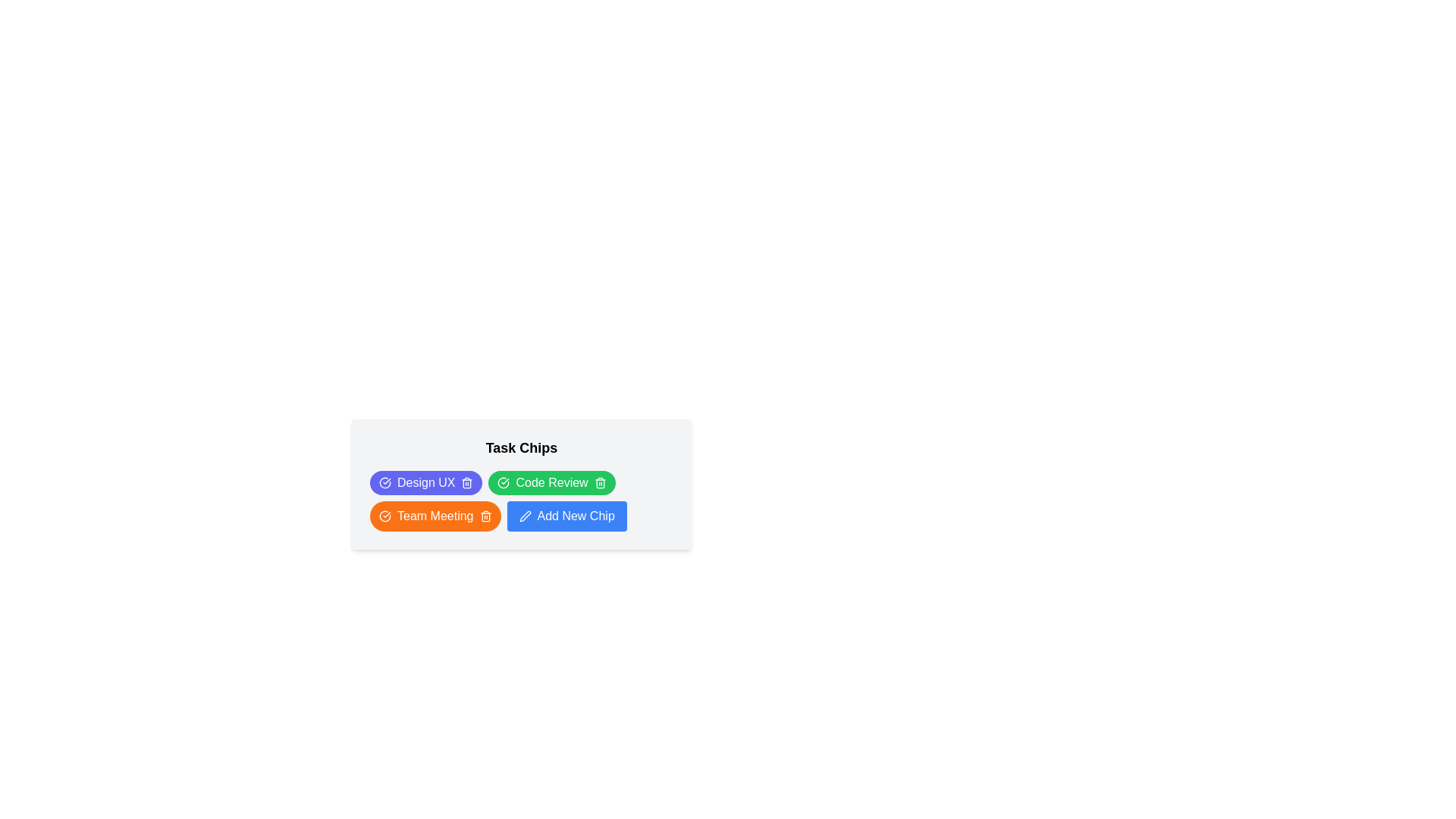 The width and height of the screenshot is (1456, 819). What do you see at coordinates (521, 485) in the screenshot?
I see `the green 'Code Review' interactive chip button with a checkmark icon on the left and a trash bin icon on the right` at bounding box center [521, 485].